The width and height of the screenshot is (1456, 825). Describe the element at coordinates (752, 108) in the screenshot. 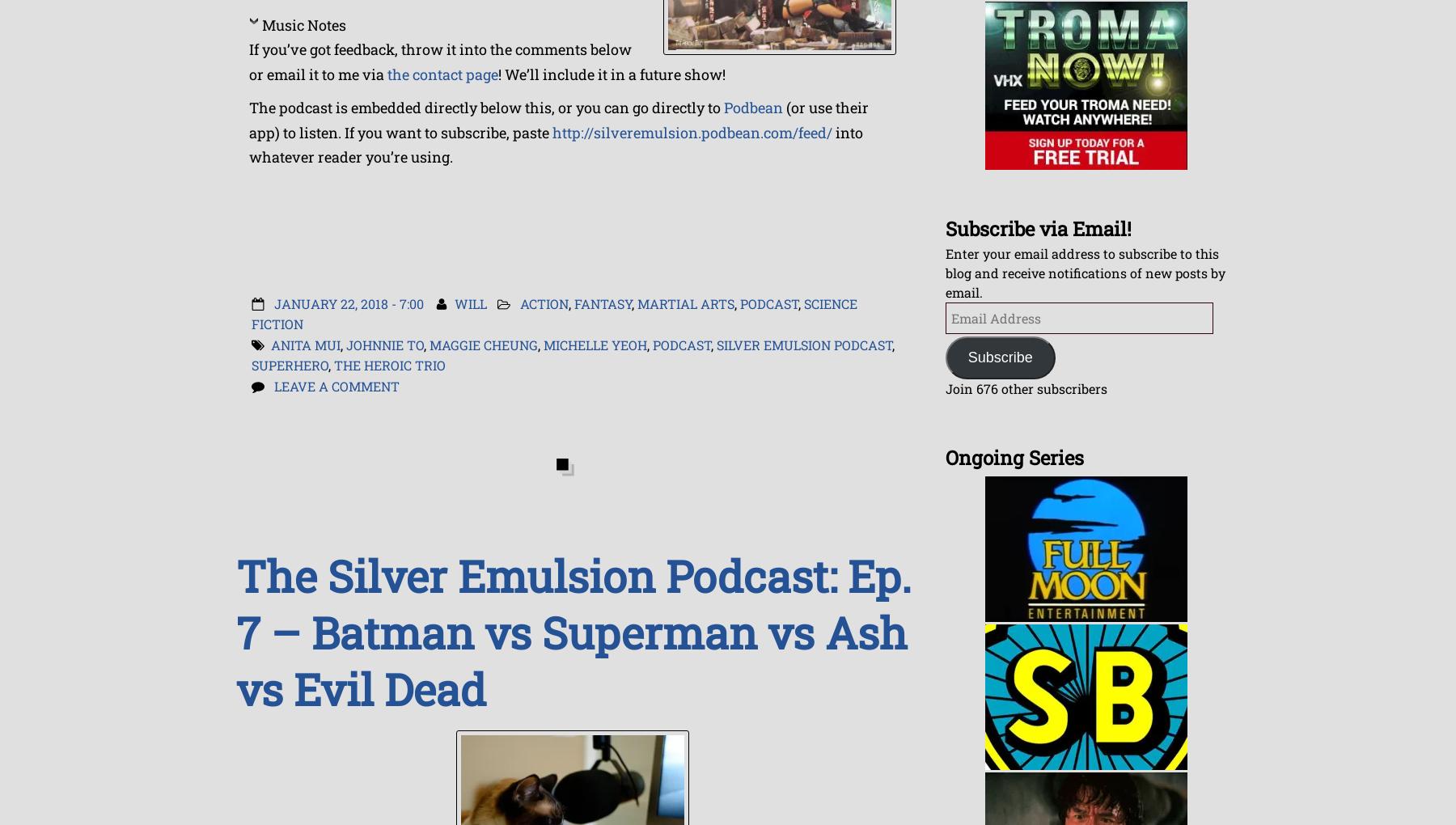

I see `'Podbean'` at that location.